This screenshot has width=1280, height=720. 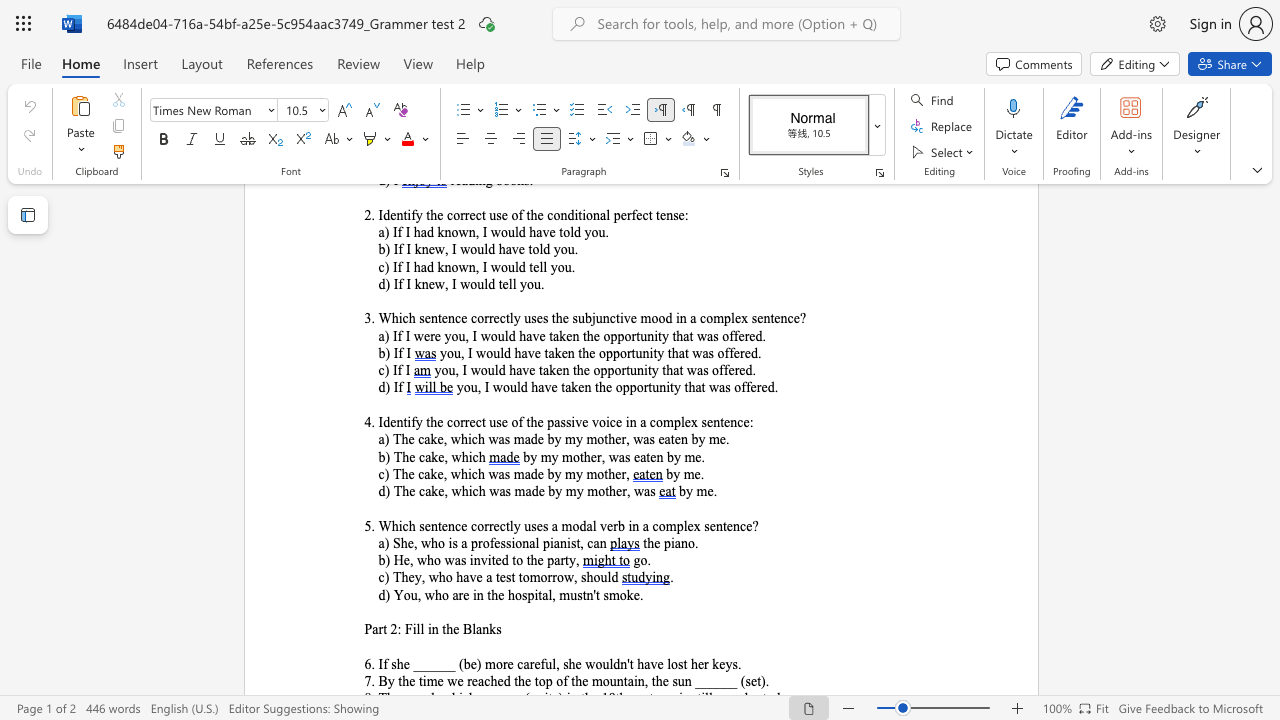 What do you see at coordinates (437, 457) in the screenshot?
I see `the space between the continuous character "k" and "e" in the text` at bounding box center [437, 457].